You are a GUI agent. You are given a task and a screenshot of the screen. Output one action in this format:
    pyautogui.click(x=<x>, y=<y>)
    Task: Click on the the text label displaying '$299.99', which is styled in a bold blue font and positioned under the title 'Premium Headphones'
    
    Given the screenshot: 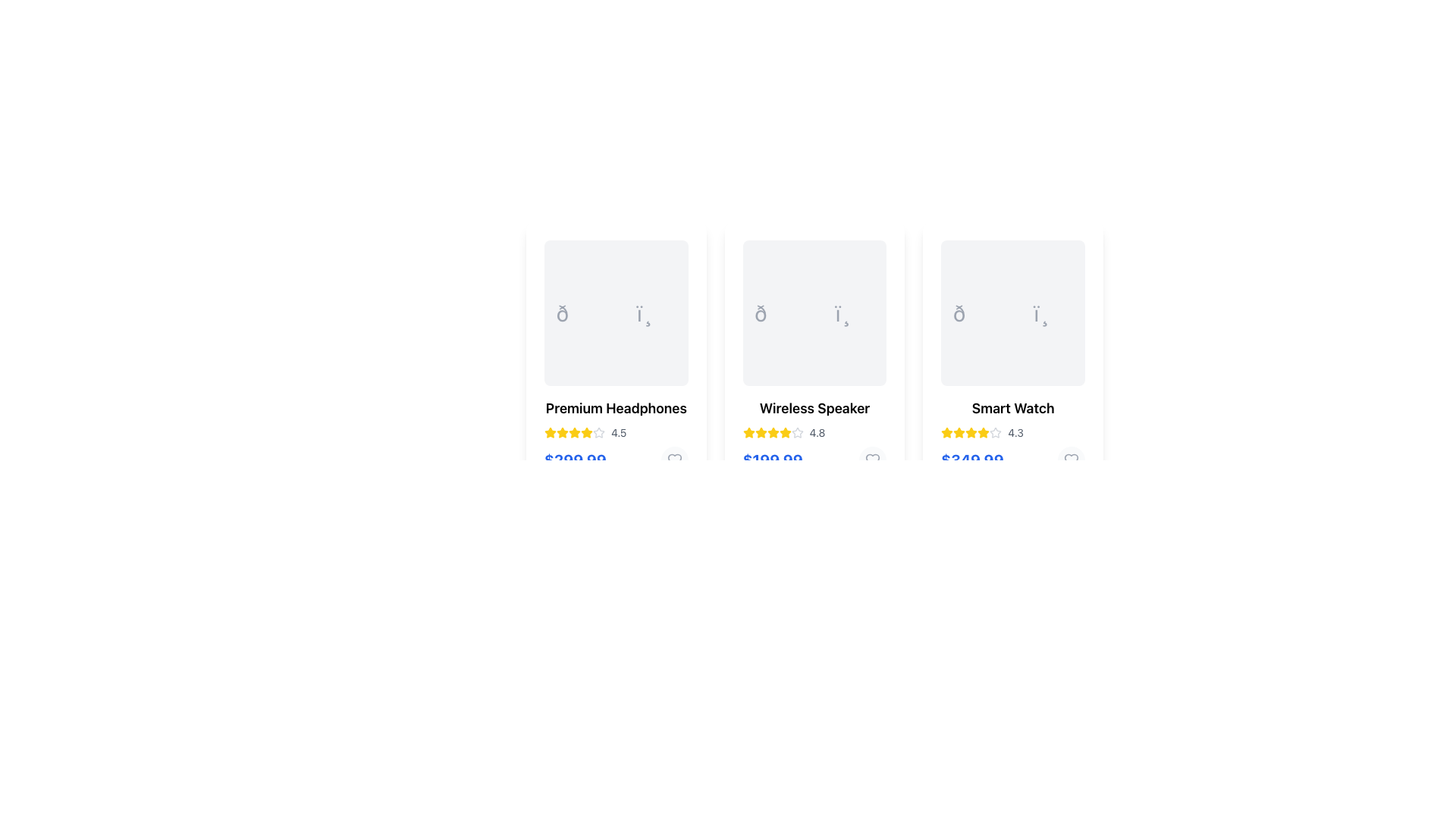 What is the action you would take?
    pyautogui.click(x=574, y=459)
    